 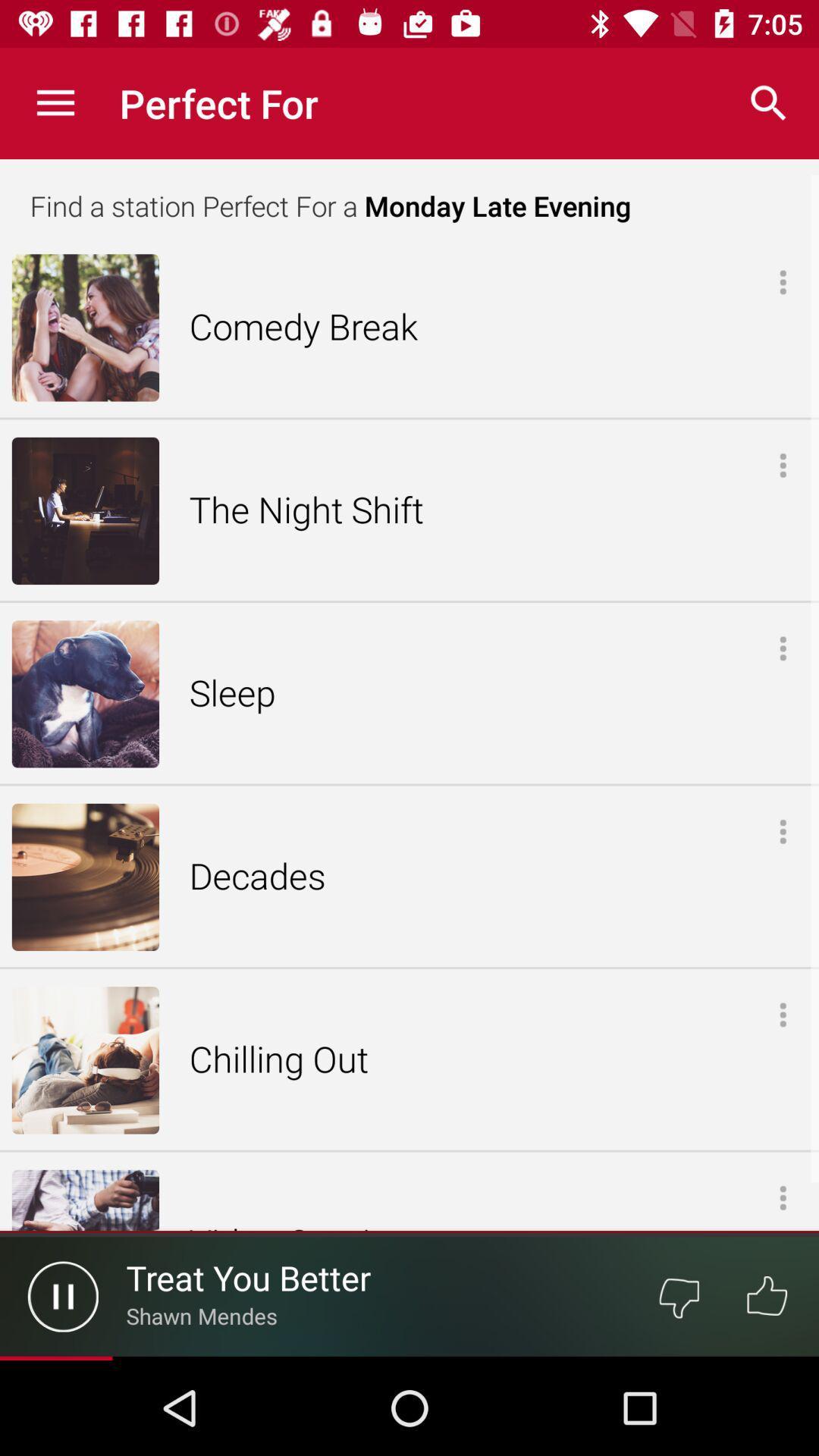 What do you see at coordinates (678, 1295) in the screenshot?
I see `the thumbs_down icon` at bounding box center [678, 1295].